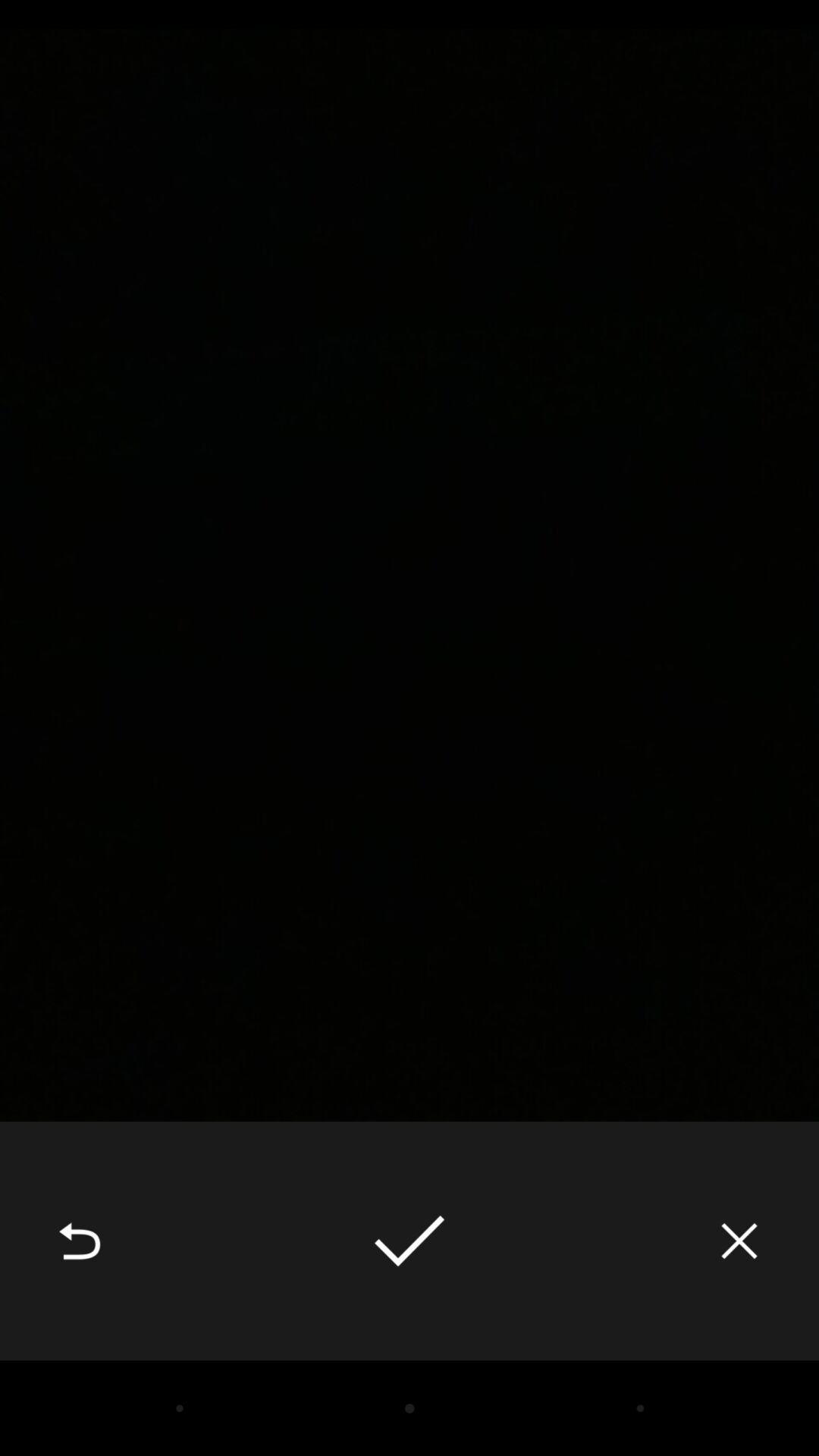 The image size is (819, 1456). What do you see at coordinates (739, 1241) in the screenshot?
I see `the icon at the bottom right corner` at bounding box center [739, 1241].